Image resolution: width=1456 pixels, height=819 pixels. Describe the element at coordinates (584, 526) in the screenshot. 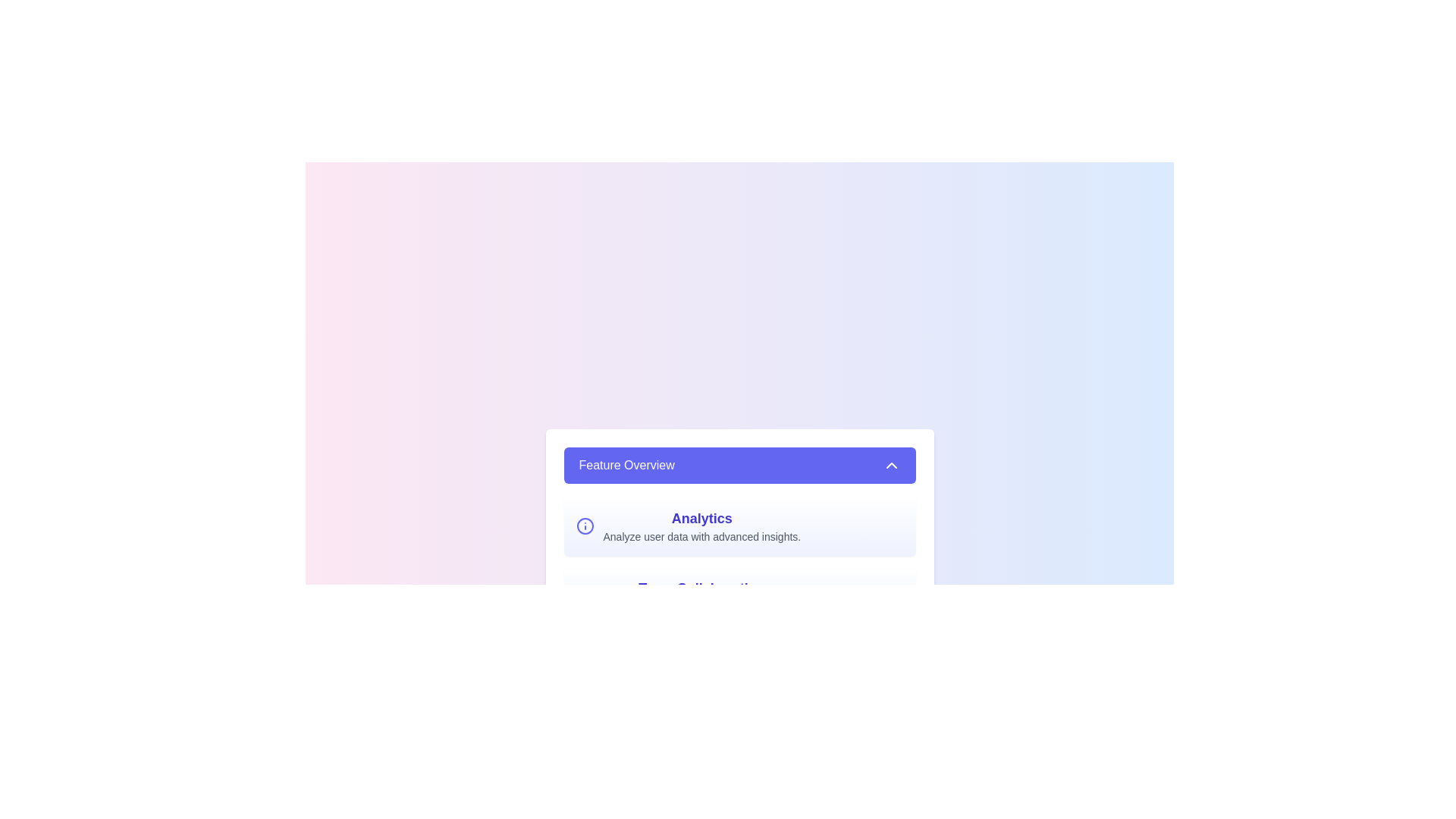

I see `the blue information icon, which is styled as an SVG with a circular outline and 'i' character, located at the top-left of the 'Analytics' card` at that location.